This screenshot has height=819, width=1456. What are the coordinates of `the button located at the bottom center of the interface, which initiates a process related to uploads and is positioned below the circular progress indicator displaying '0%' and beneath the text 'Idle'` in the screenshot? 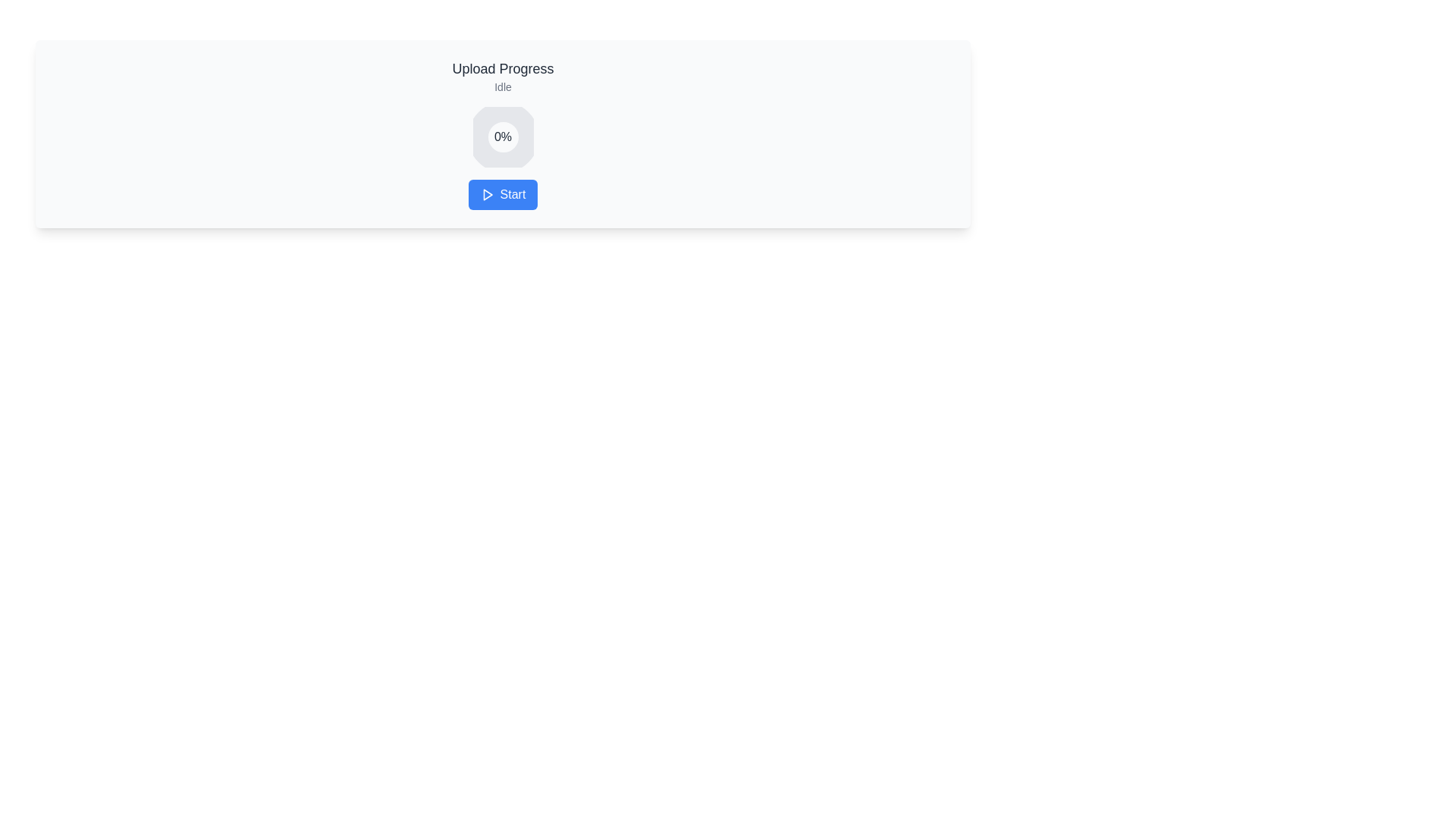 It's located at (503, 194).